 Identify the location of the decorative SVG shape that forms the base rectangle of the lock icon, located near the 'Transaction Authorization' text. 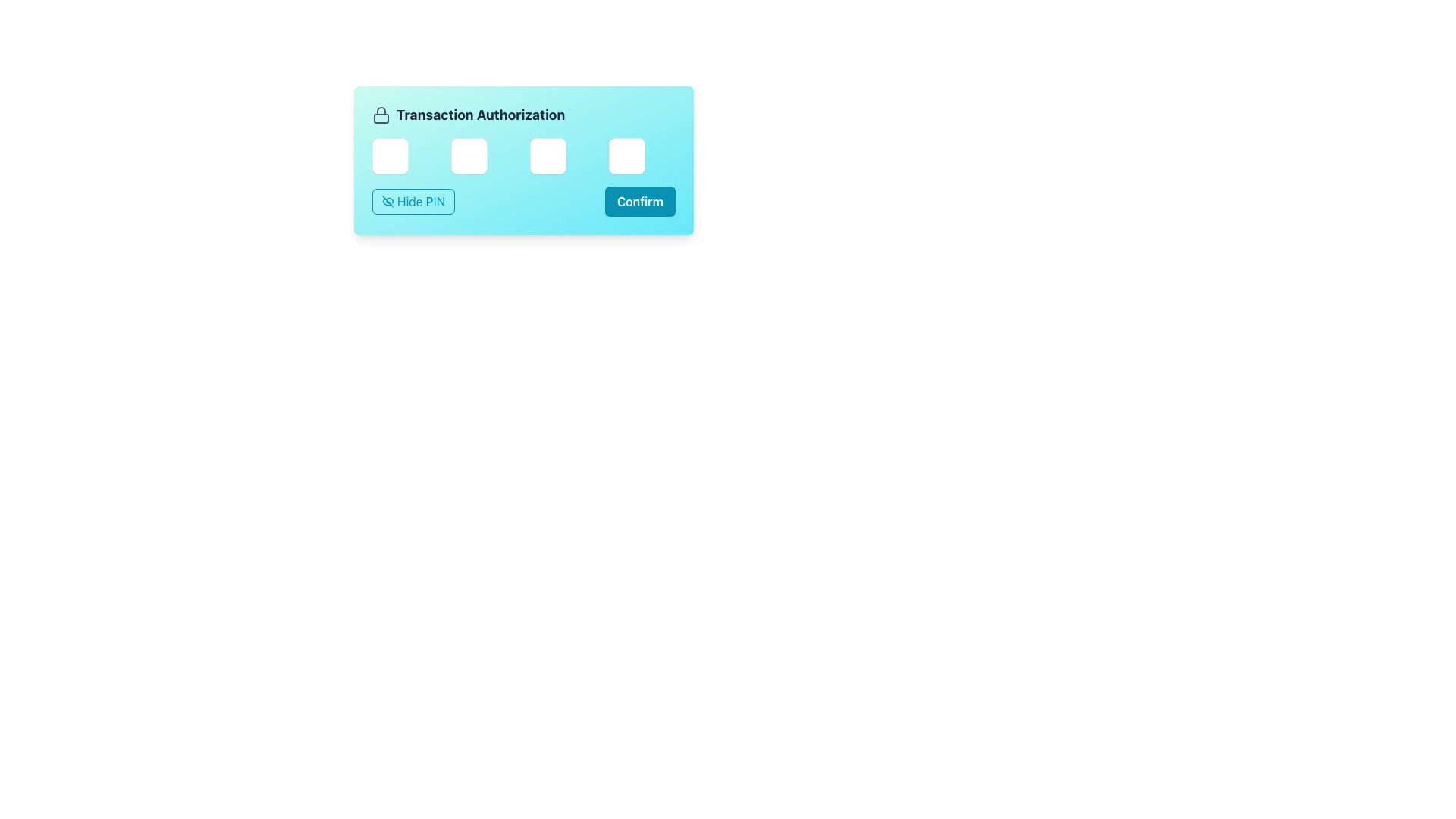
(381, 118).